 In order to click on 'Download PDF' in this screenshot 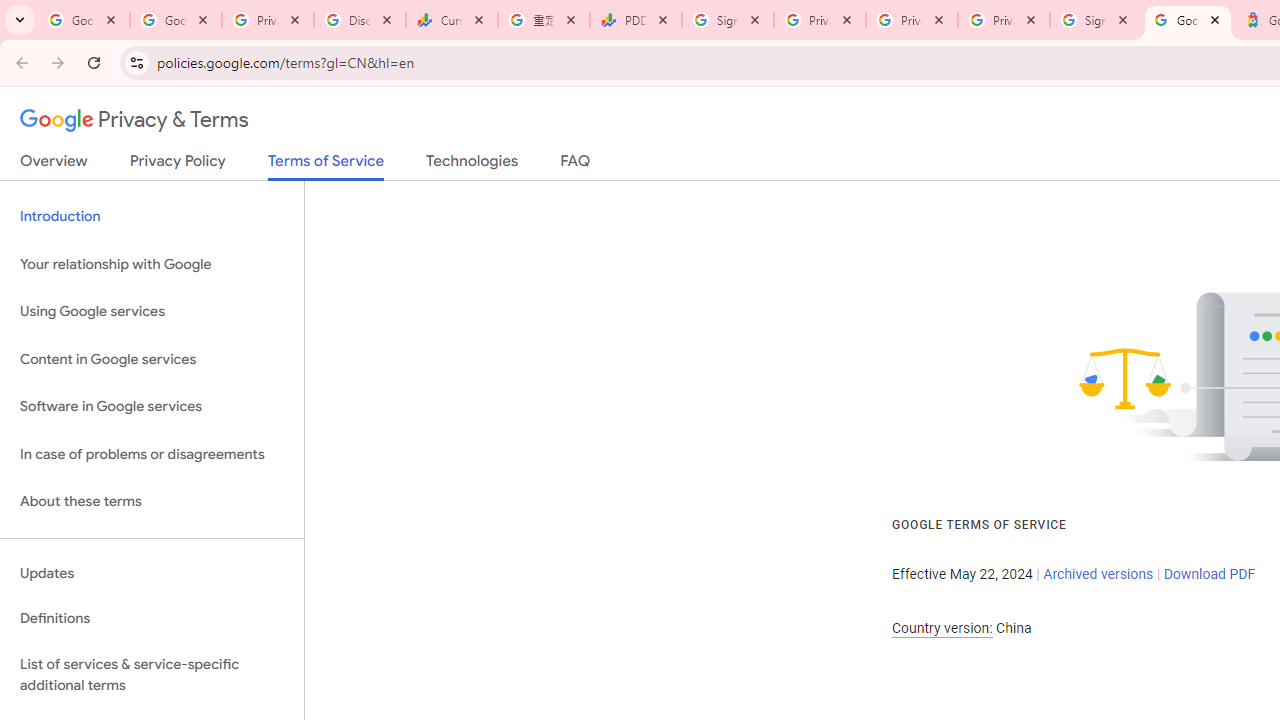, I will do `click(1208, 574)`.